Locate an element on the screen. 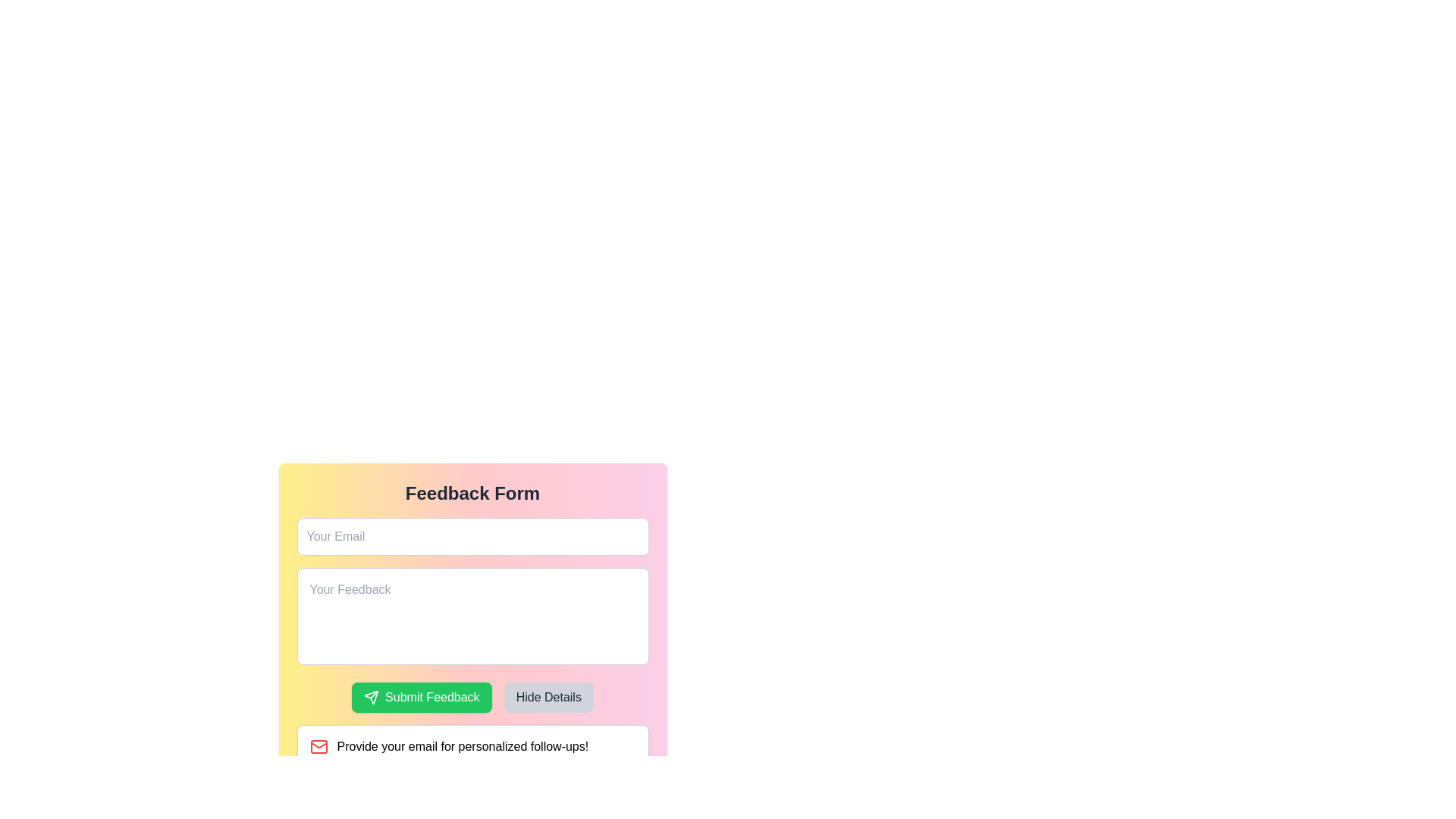 The width and height of the screenshot is (1456, 819). the Informational panel located at the bottom of the Feedback Form area, which provides additional information related to email input for follow-ups is located at coordinates (472, 745).